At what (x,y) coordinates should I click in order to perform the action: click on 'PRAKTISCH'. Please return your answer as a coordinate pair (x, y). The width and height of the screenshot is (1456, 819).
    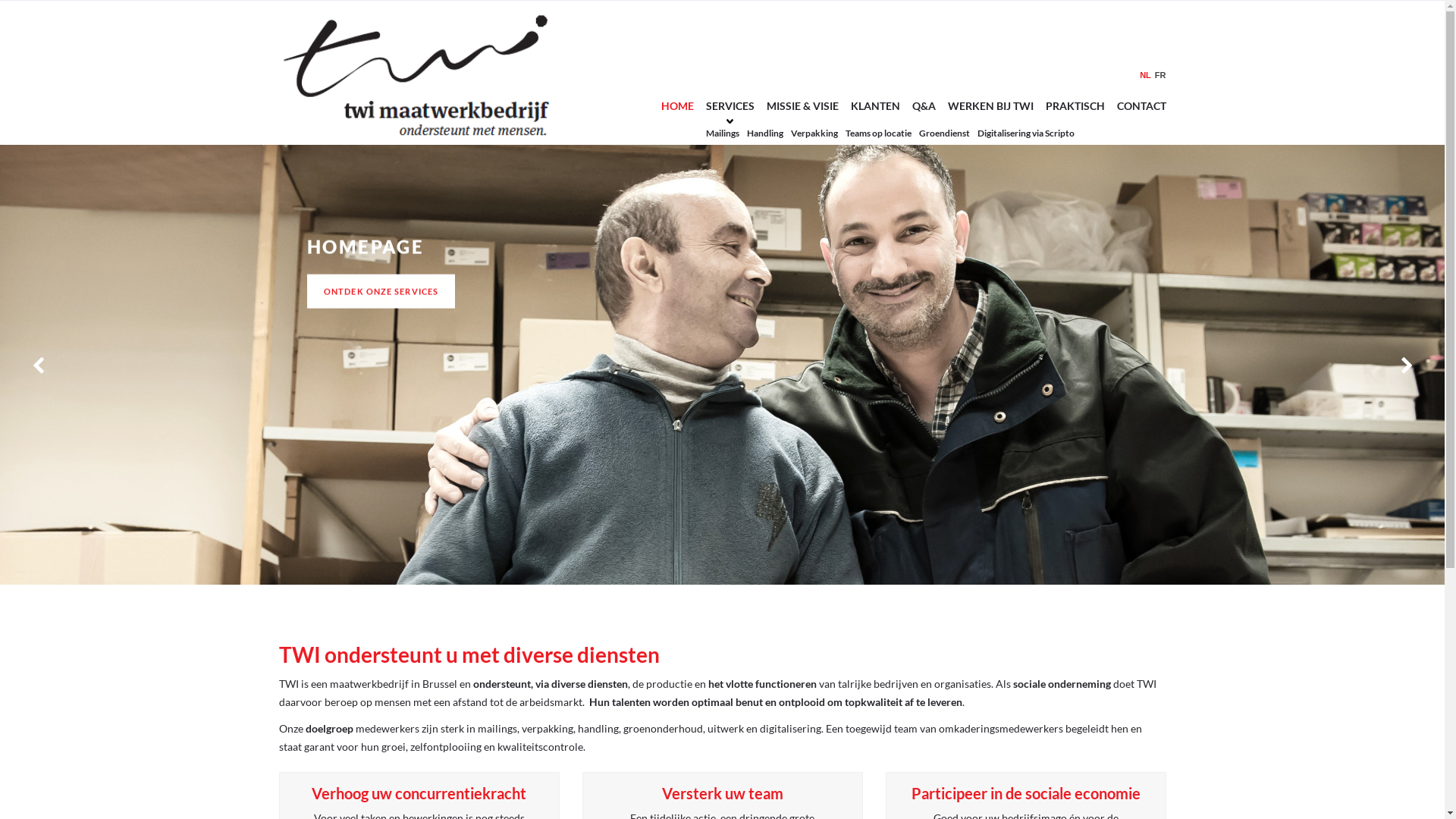
    Looking at the image, I should click on (1043, 105).